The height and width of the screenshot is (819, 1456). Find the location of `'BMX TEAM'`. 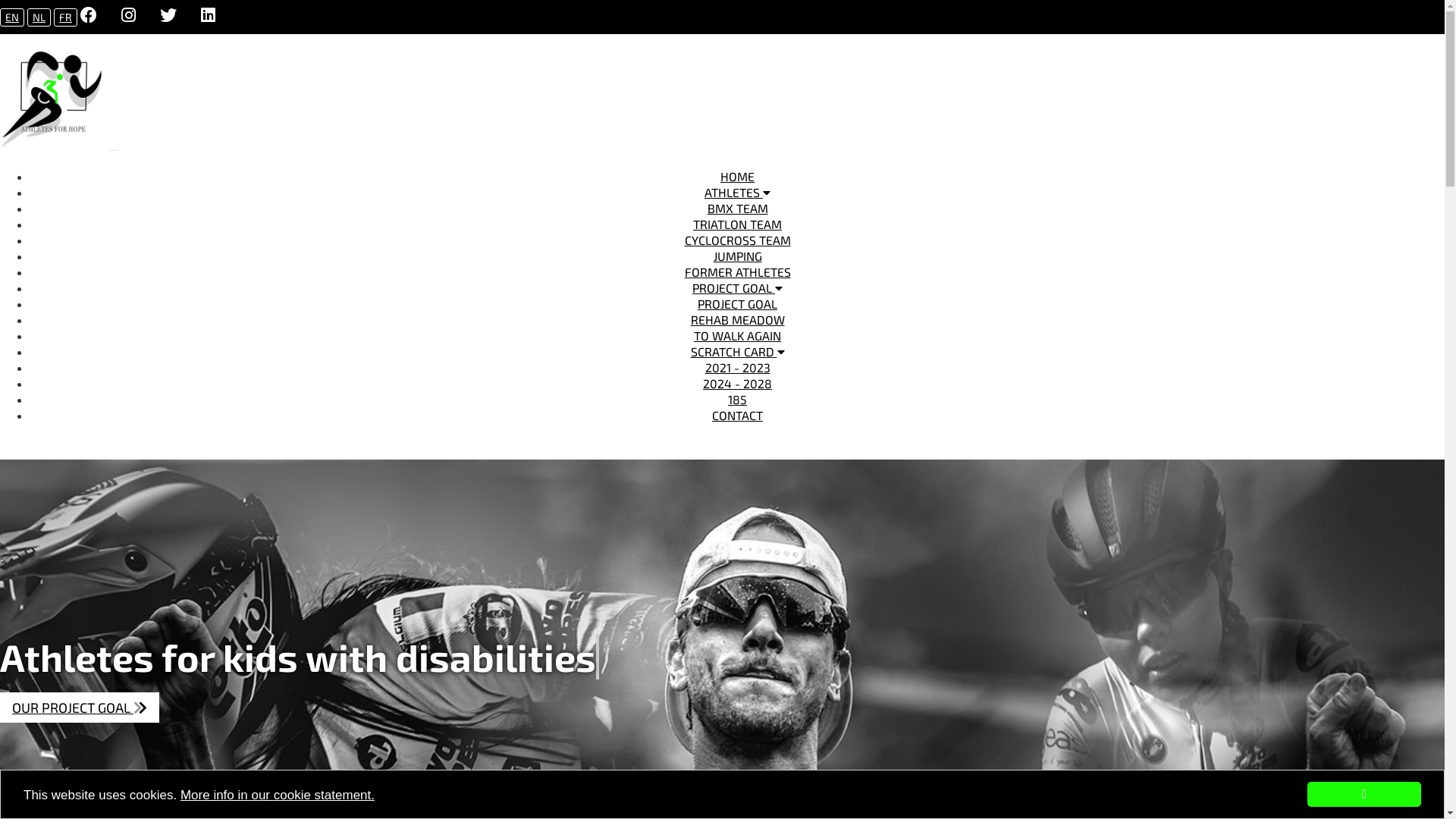

'BMX TEAM' is located at coordinates (736, 208).